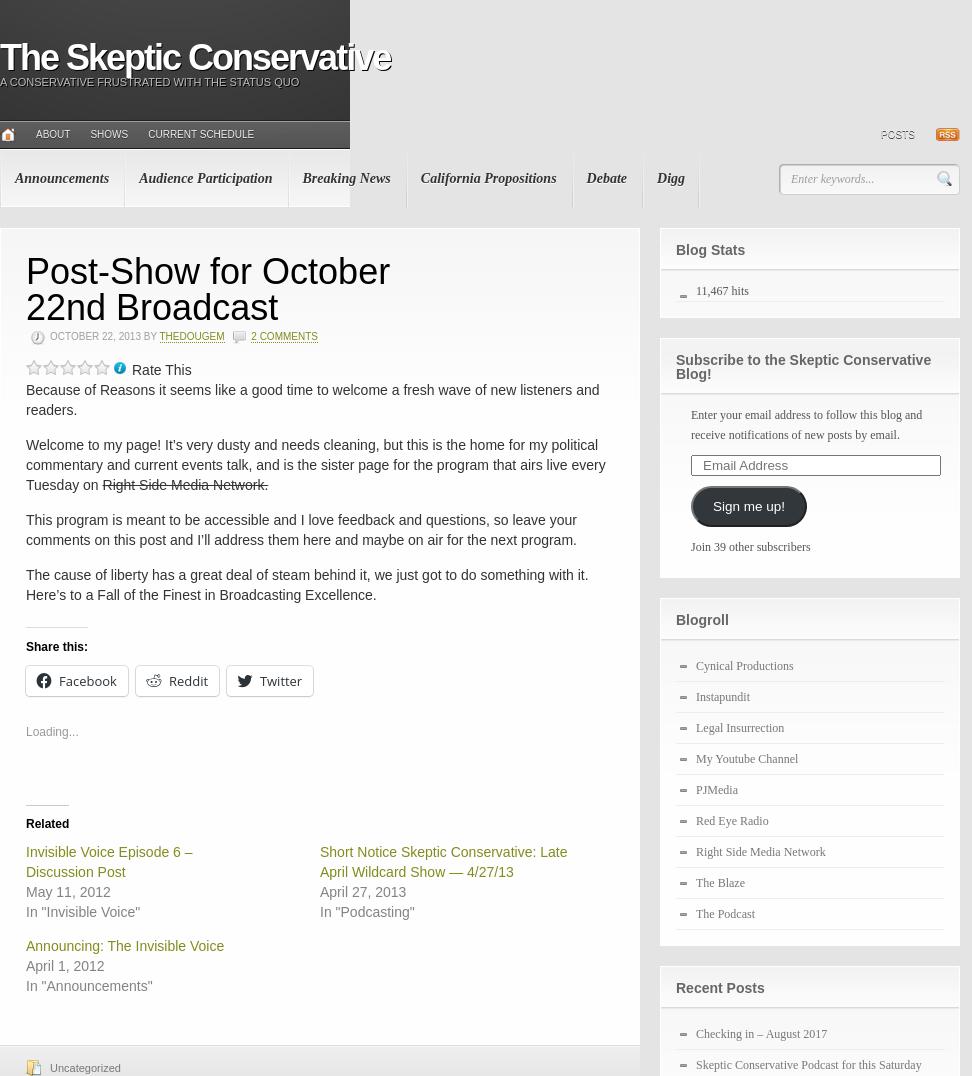  Describe the element at coordinates (186, 681) in the screenshot. I see `'Reddit'` at that location.